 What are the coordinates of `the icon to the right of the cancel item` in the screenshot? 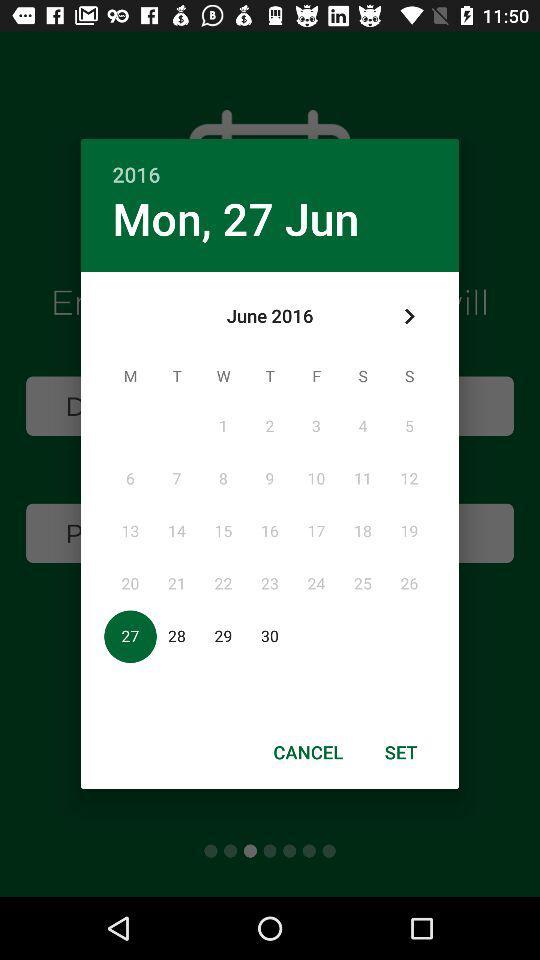 It's located at (401, 751).